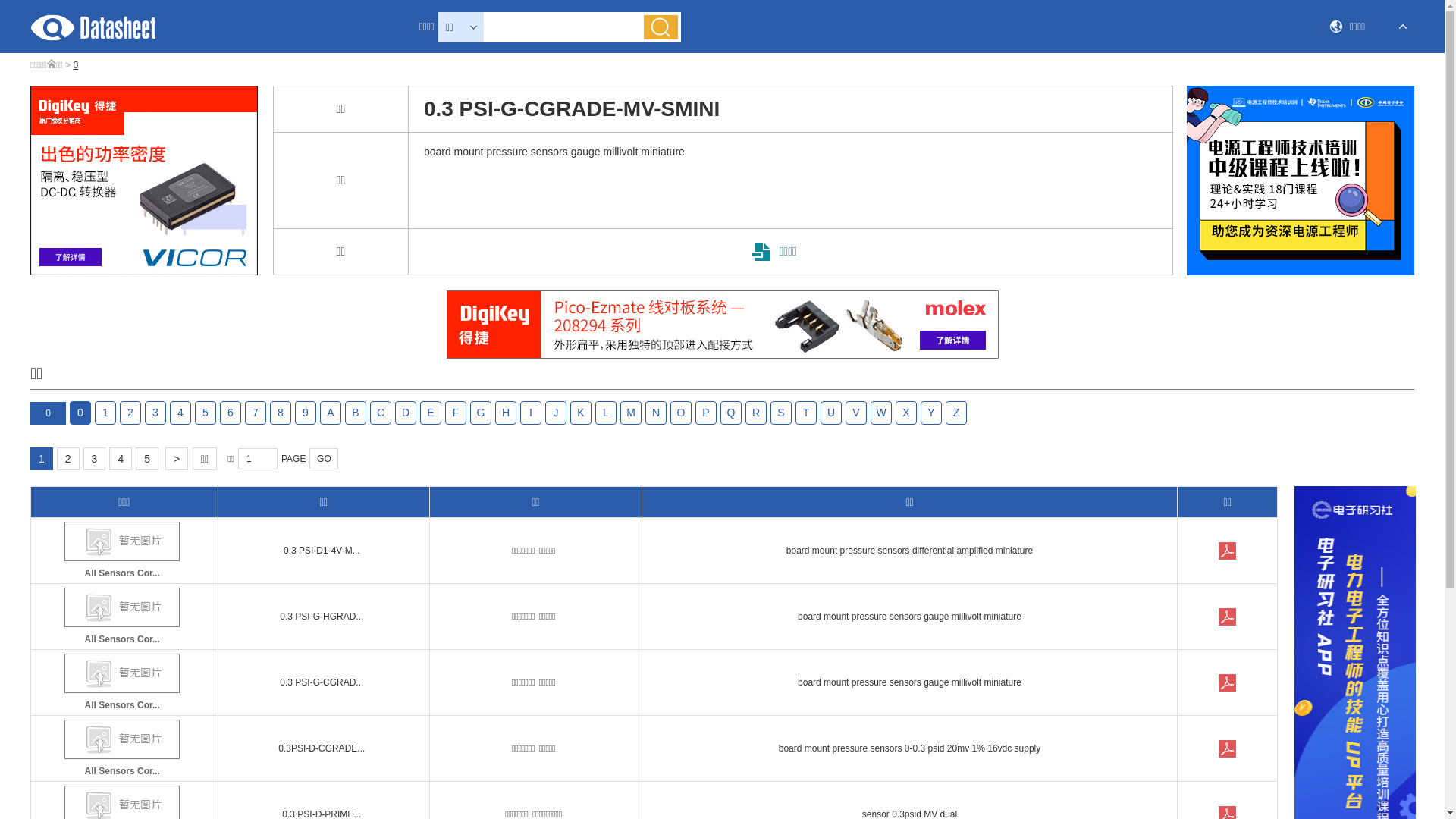 Image resolution: width=1456 pixels, height=819 pixels. What do you see at coordinates (320, 748) in the screenshot?
I see `'0.3PSI-D-CGRADE...'` at bounding box center [320, 748].